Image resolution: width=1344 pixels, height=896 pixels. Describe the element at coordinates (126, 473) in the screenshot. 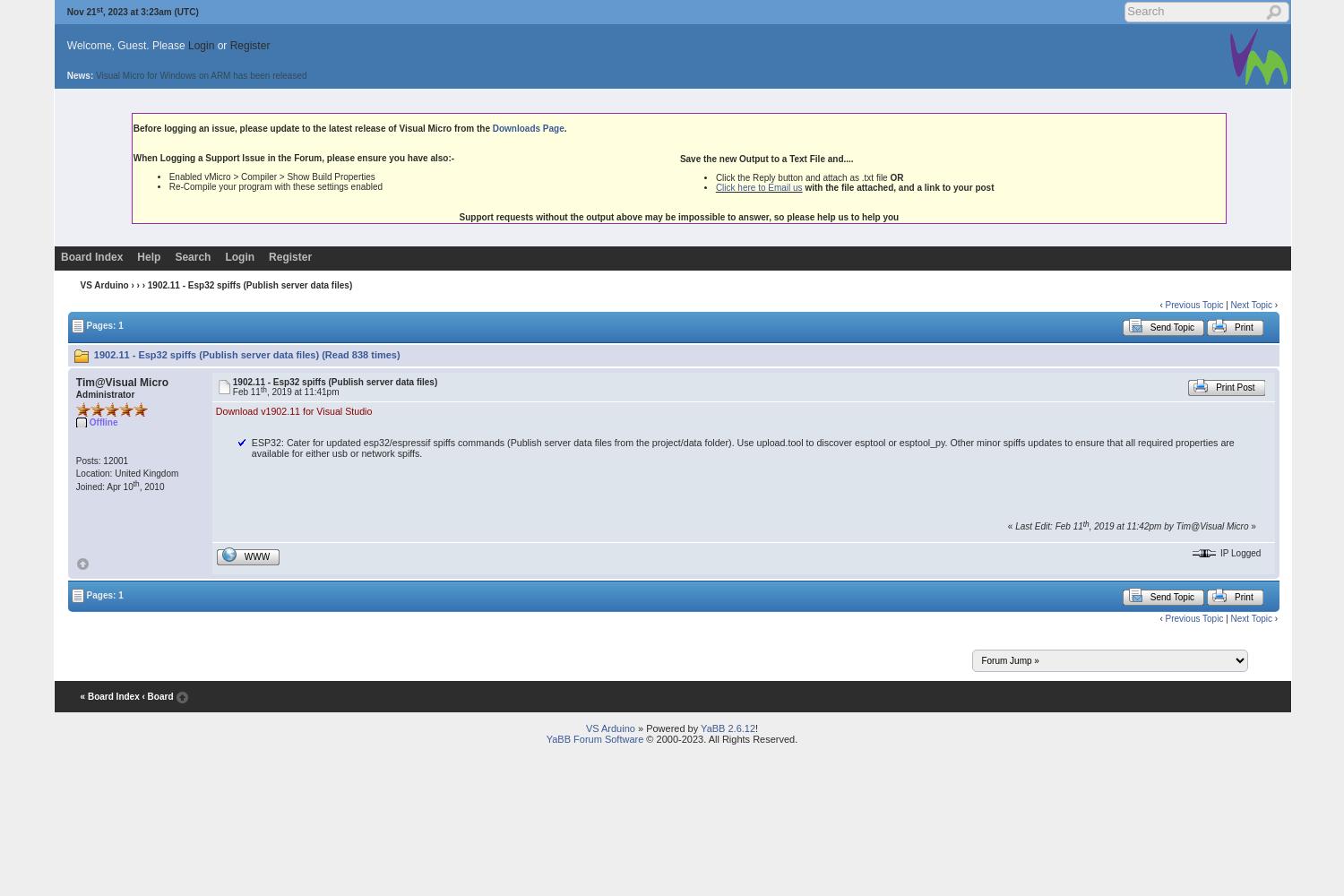

I see `'Location: United Kingdom'` at that location.